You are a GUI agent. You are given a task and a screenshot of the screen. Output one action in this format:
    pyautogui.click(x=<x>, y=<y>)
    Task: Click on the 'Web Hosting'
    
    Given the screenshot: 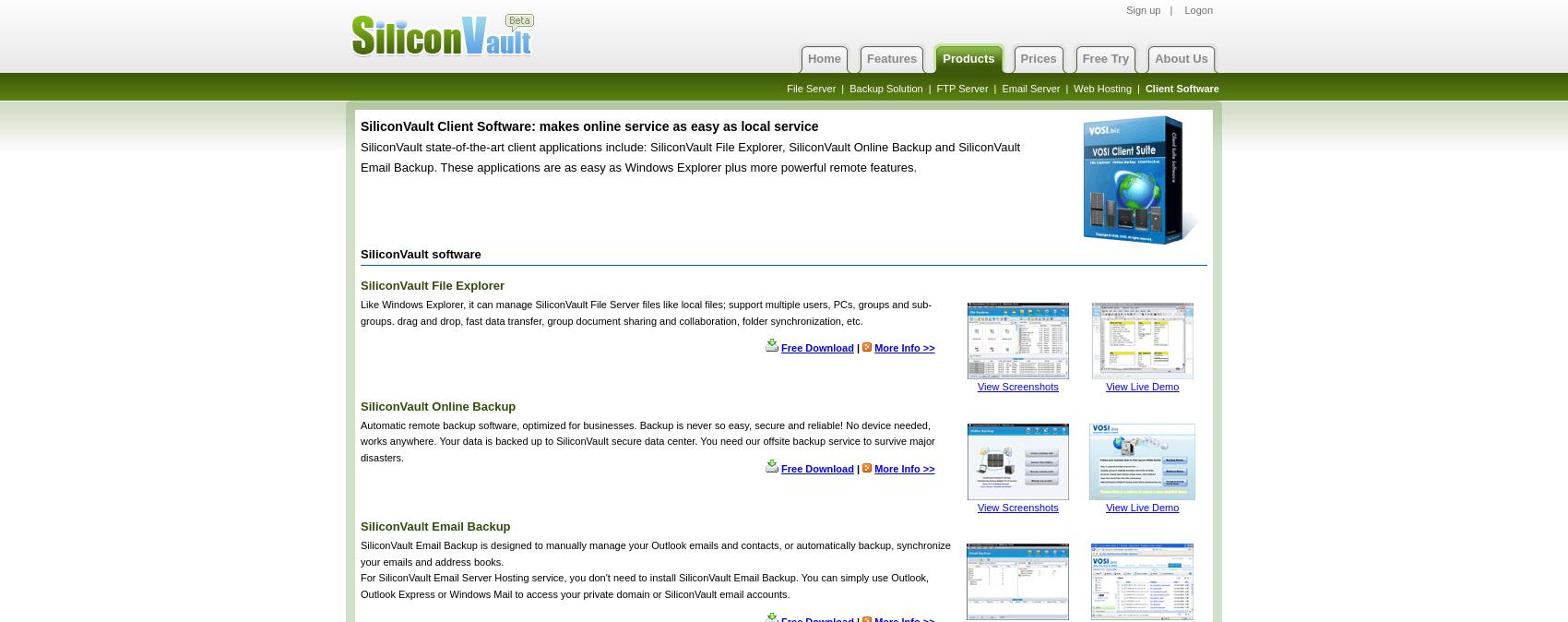 What is the action you would take?
    pyautogui.click(x=1101, y=87)
    